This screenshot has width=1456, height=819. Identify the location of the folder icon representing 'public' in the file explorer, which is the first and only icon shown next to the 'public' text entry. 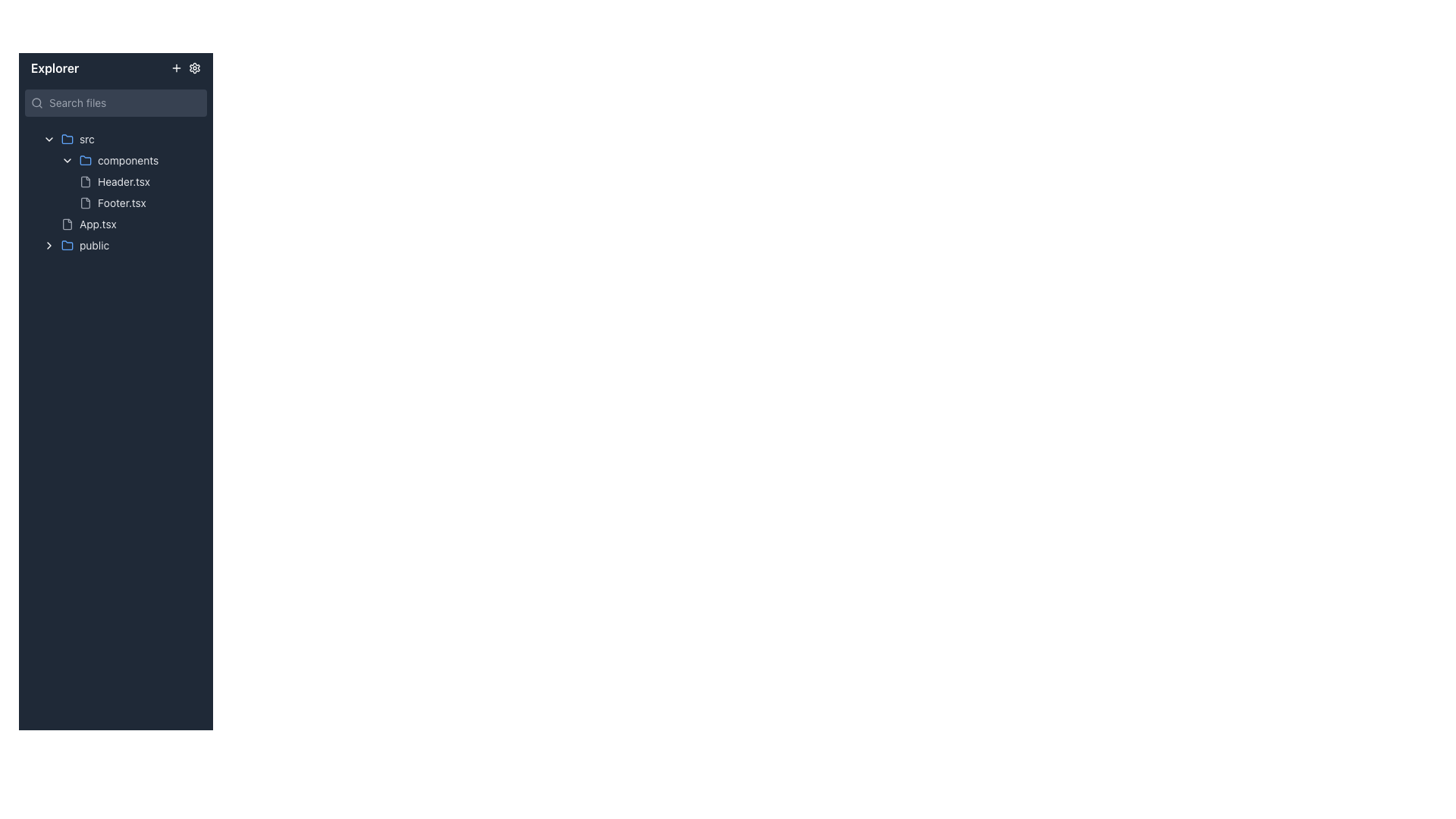
(67, 244).